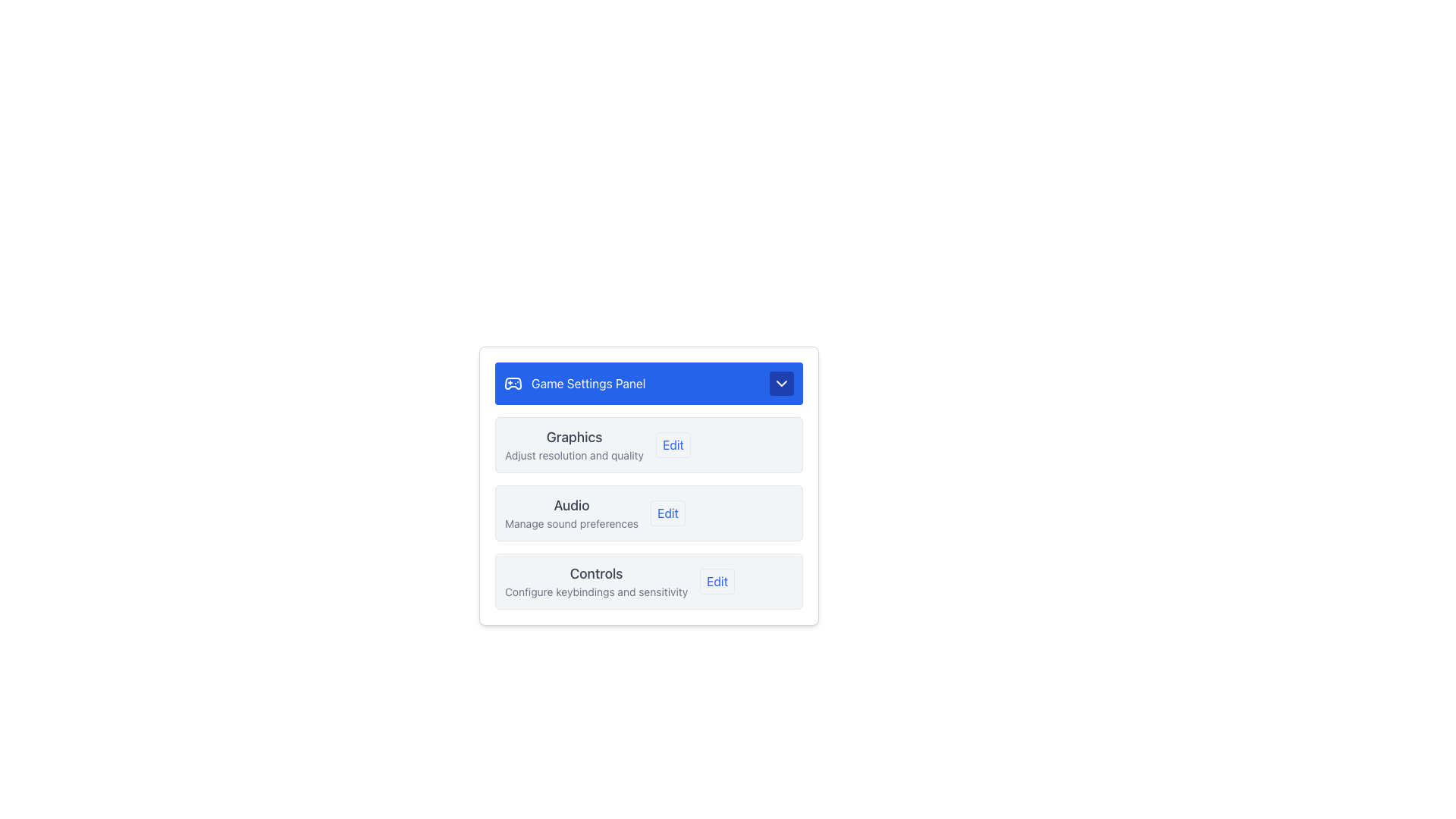 This screenshot has width=1456, height=819. I want to click on the 'Graphics' text label, which is the first option in the Game Settings Panel, displayed prominently in gray color and large size, so click(573, 438).